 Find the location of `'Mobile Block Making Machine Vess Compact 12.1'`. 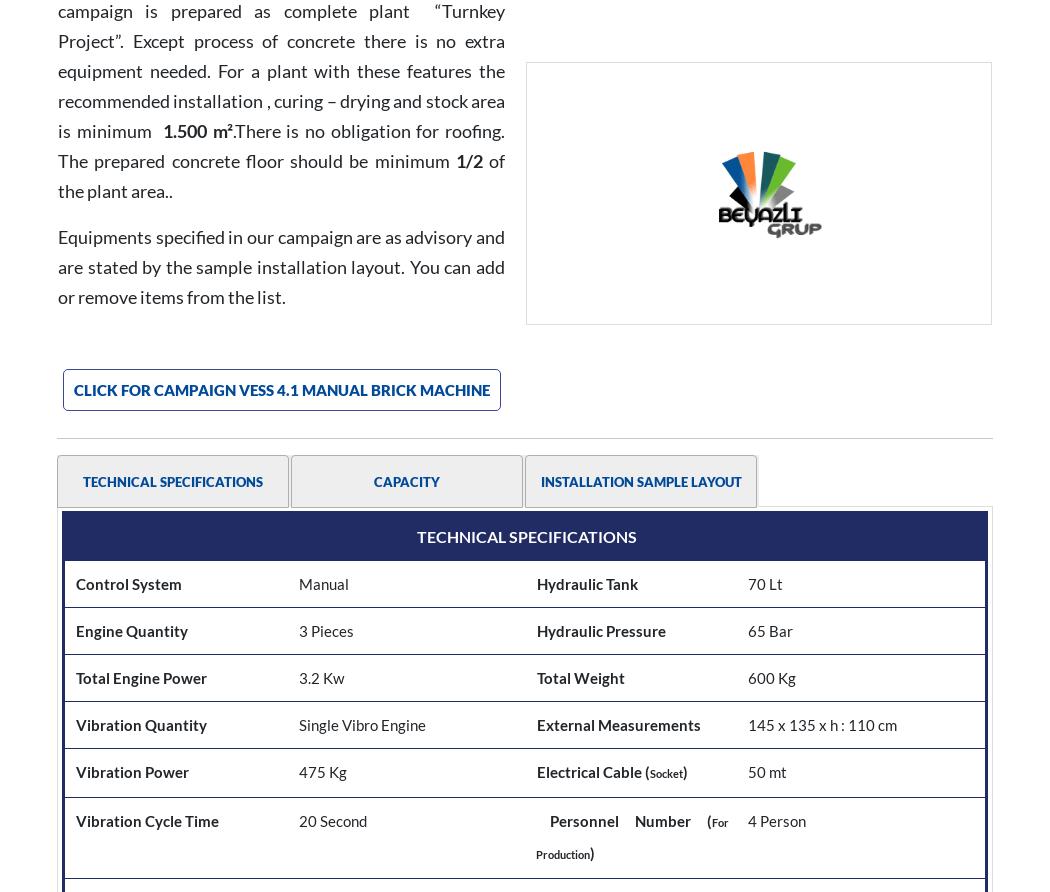

'Mobile Block Making Machine Vess Compact 12.1' is located at coordinates (636, 763).